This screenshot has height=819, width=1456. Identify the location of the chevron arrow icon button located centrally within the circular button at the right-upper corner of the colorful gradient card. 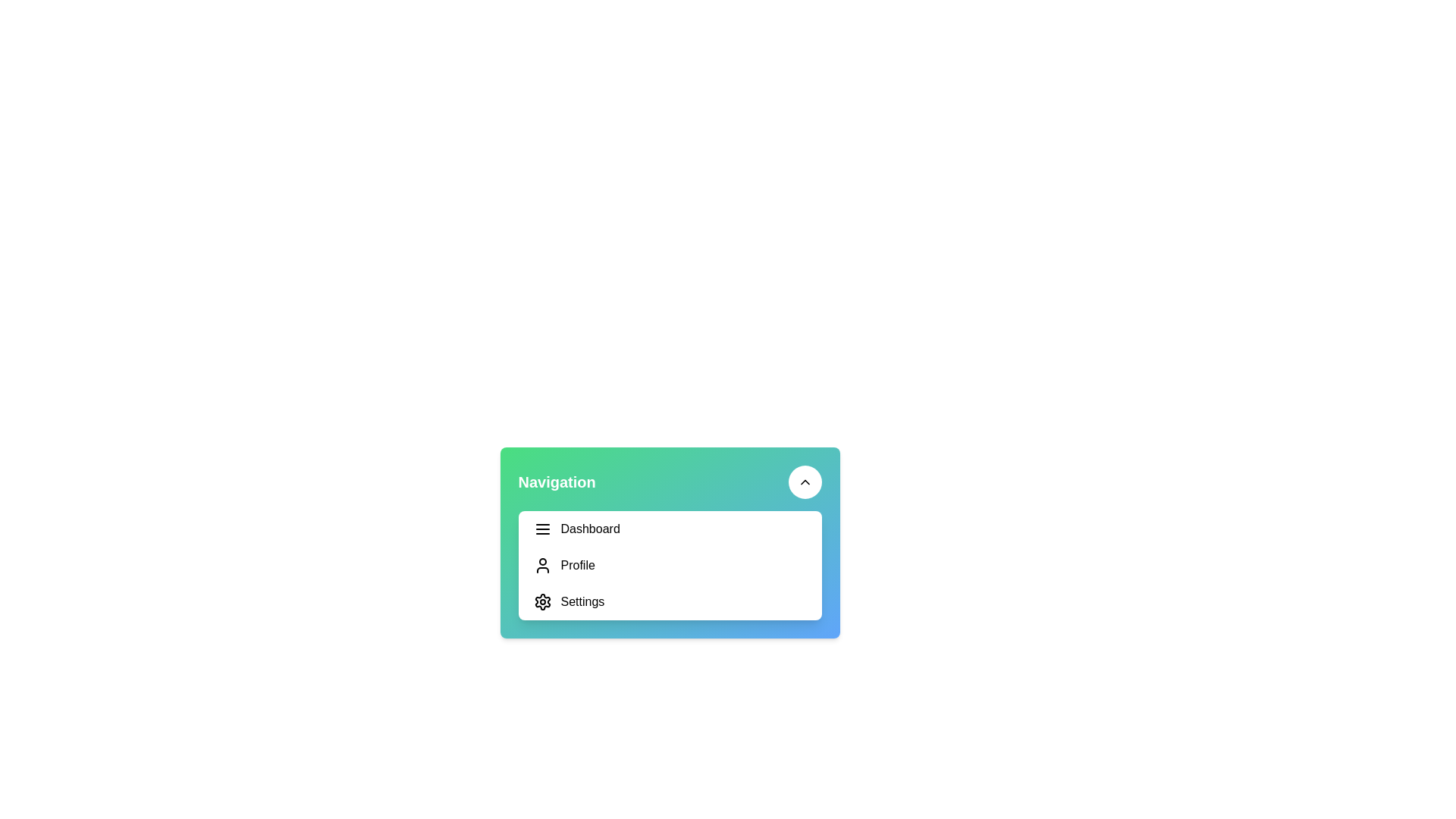
(804, 482).